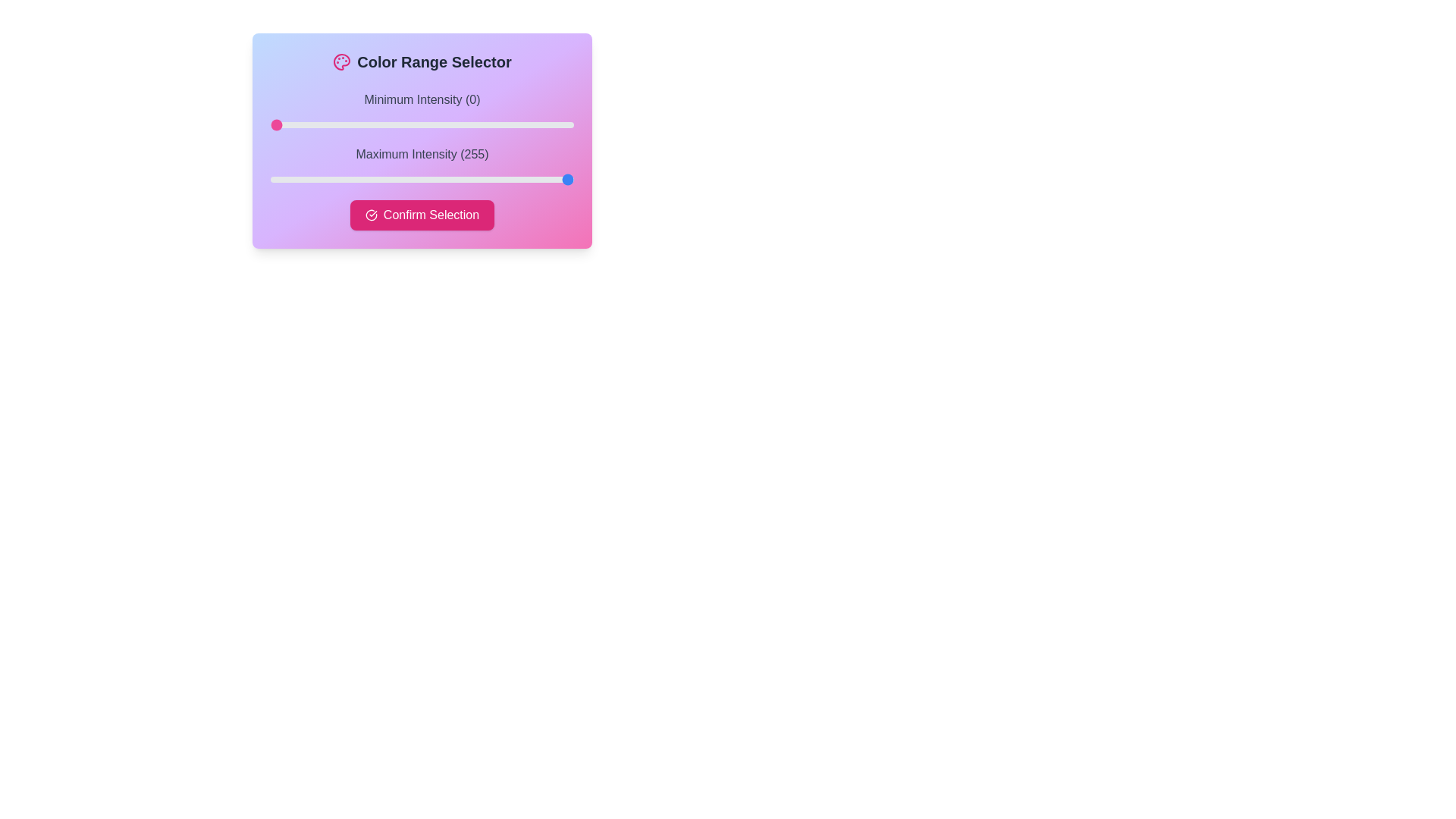 The image size is (1456, 819). What do you see at coordinates (418, 124) in the screenshot?
I see `the minimum intensity slider to 124 value` at bounding box center [418, 124].